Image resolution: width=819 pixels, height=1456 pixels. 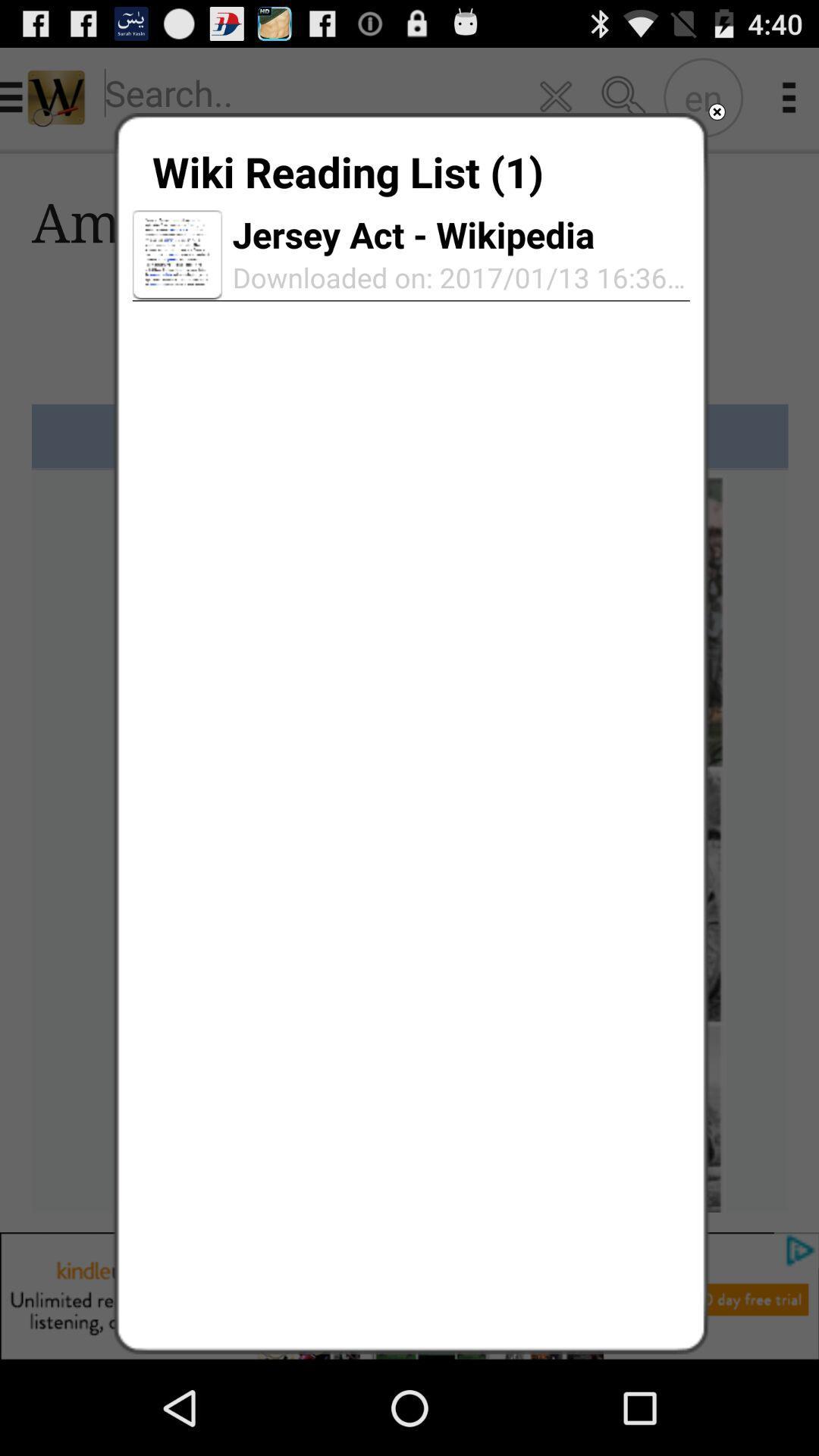 What do you see at coordinates (413, 234) in the screenshot?
I see `the jersey act - wikipedia` at bounding box center [413, 234].